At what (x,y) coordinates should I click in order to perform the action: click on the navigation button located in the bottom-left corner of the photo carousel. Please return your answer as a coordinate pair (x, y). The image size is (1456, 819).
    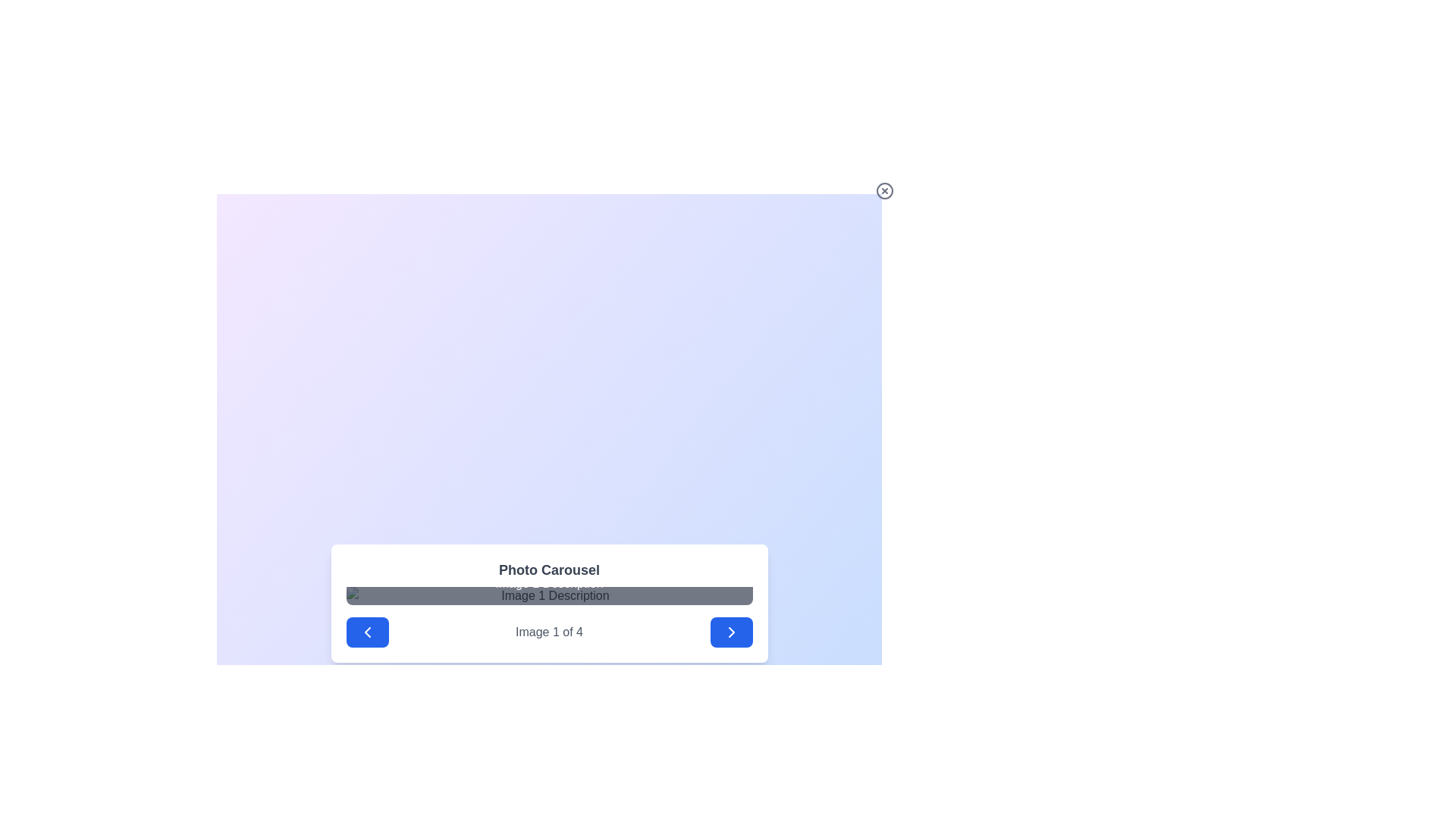
    Looking at the image, I should click on (367, 632).